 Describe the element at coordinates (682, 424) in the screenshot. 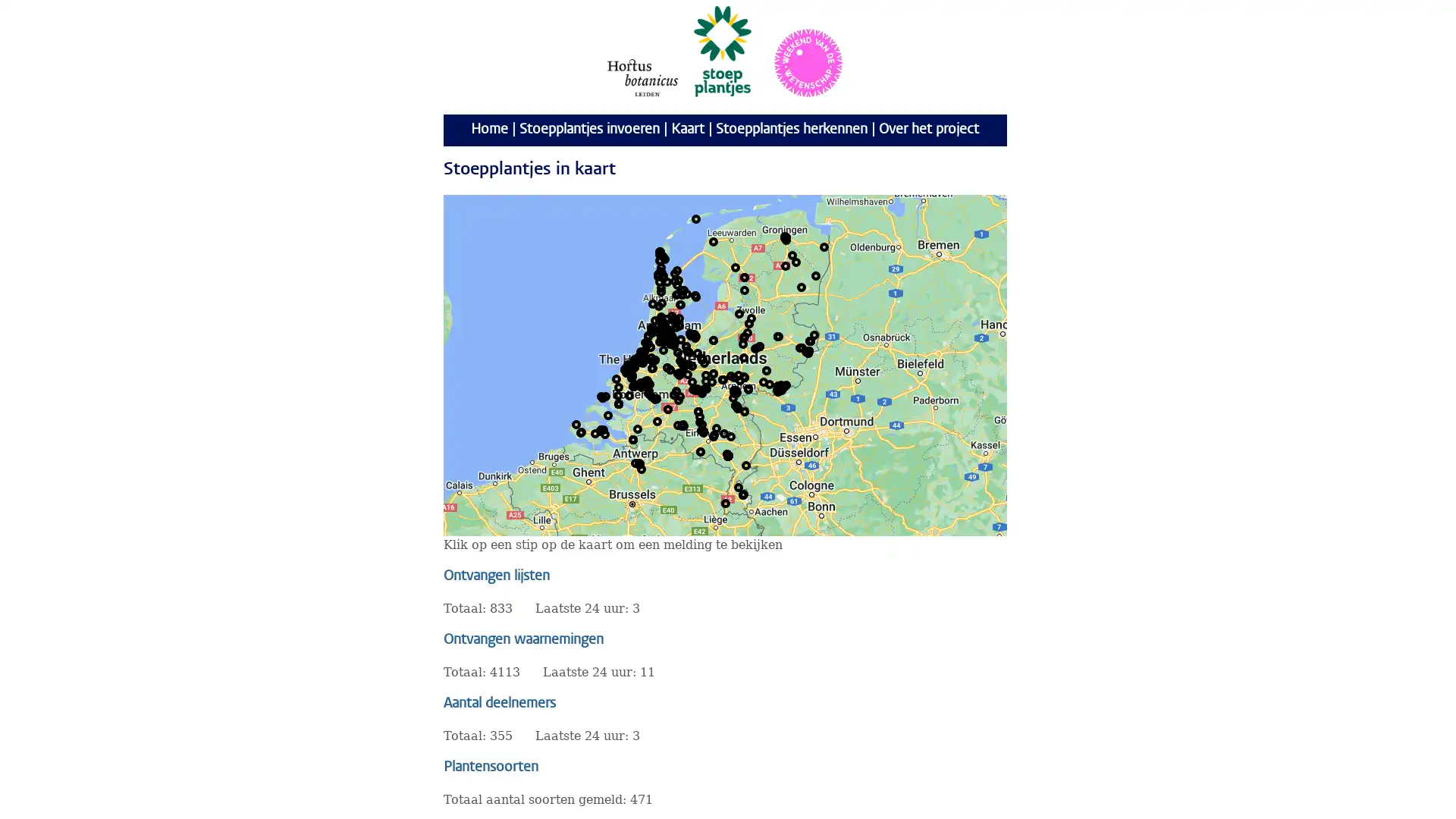

I see `Telling van Geert op 17 januari 2022` at that location.